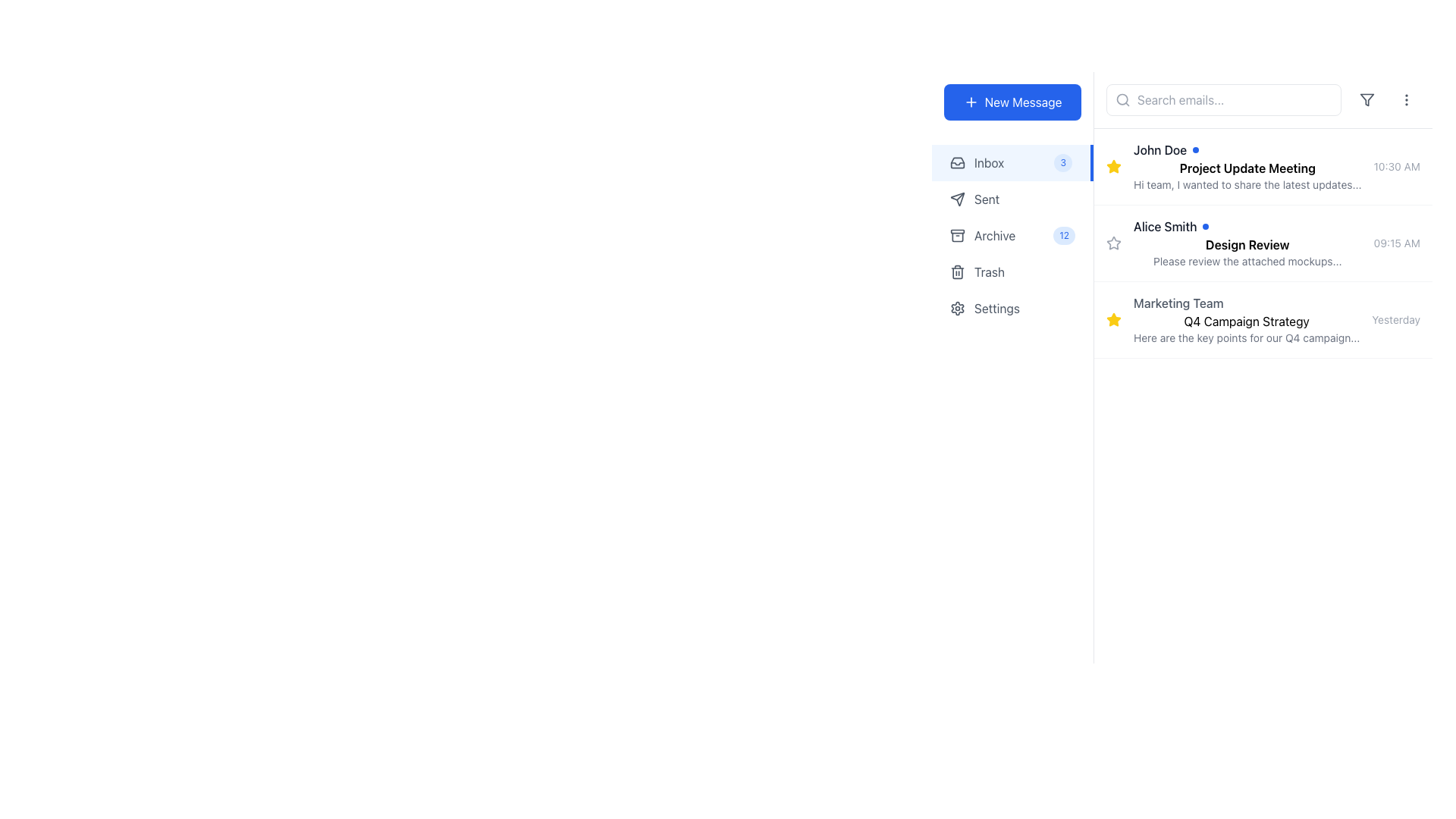 The width and height of the screenshot is (1456, 819). What do you see at coordinates (1263, 167) in the screenshot?
I see `the topmost email preview item featuring sender 'John Doe', subject 'Project Update Meeting', and a star icon` at bounding box center [1263, 167].